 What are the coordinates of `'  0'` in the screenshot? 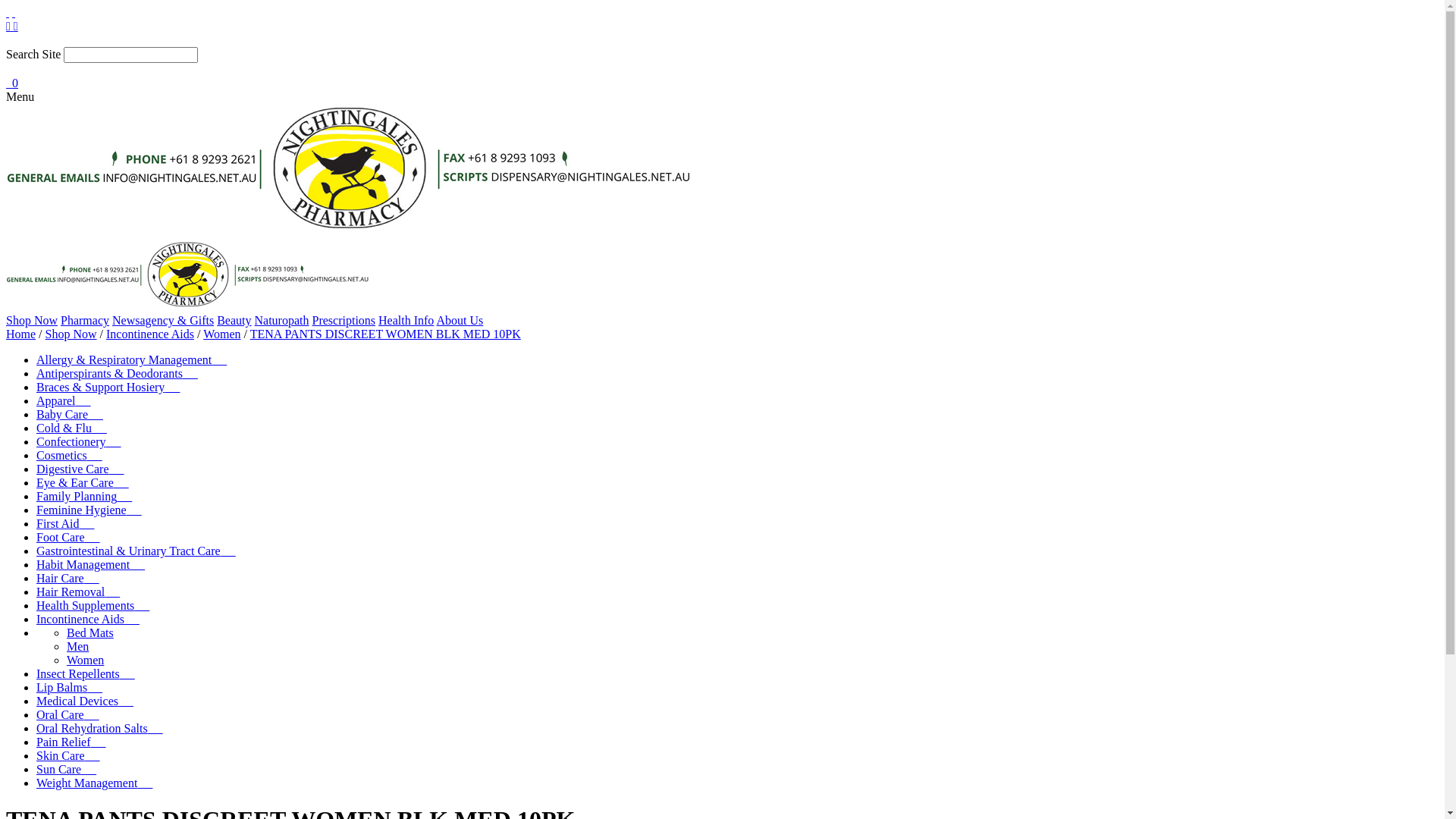 It's located at (6, 83).